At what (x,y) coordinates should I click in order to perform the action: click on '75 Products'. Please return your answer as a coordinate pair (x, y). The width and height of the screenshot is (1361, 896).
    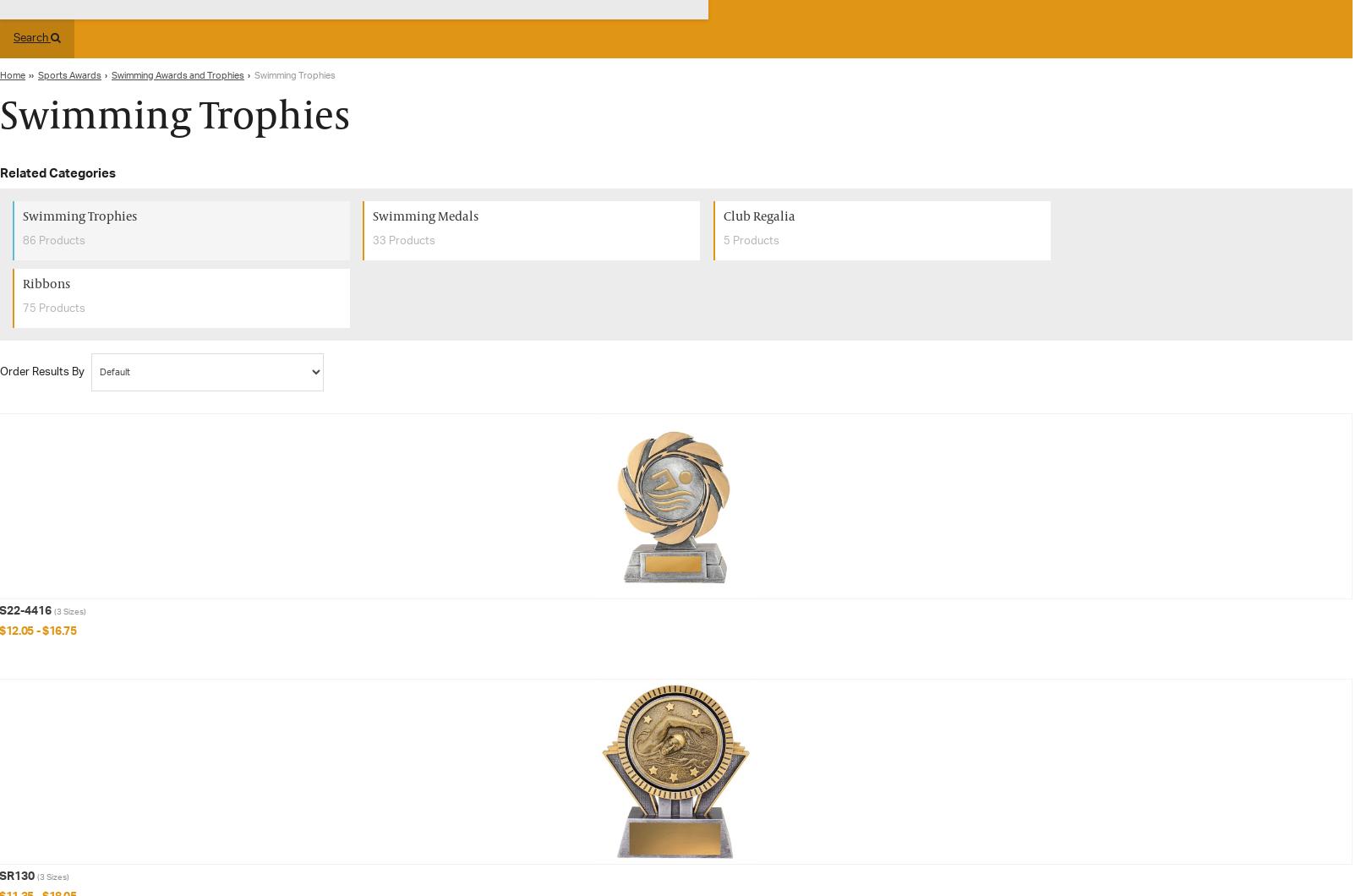
    Looking at the image, I should click on (53, 308).